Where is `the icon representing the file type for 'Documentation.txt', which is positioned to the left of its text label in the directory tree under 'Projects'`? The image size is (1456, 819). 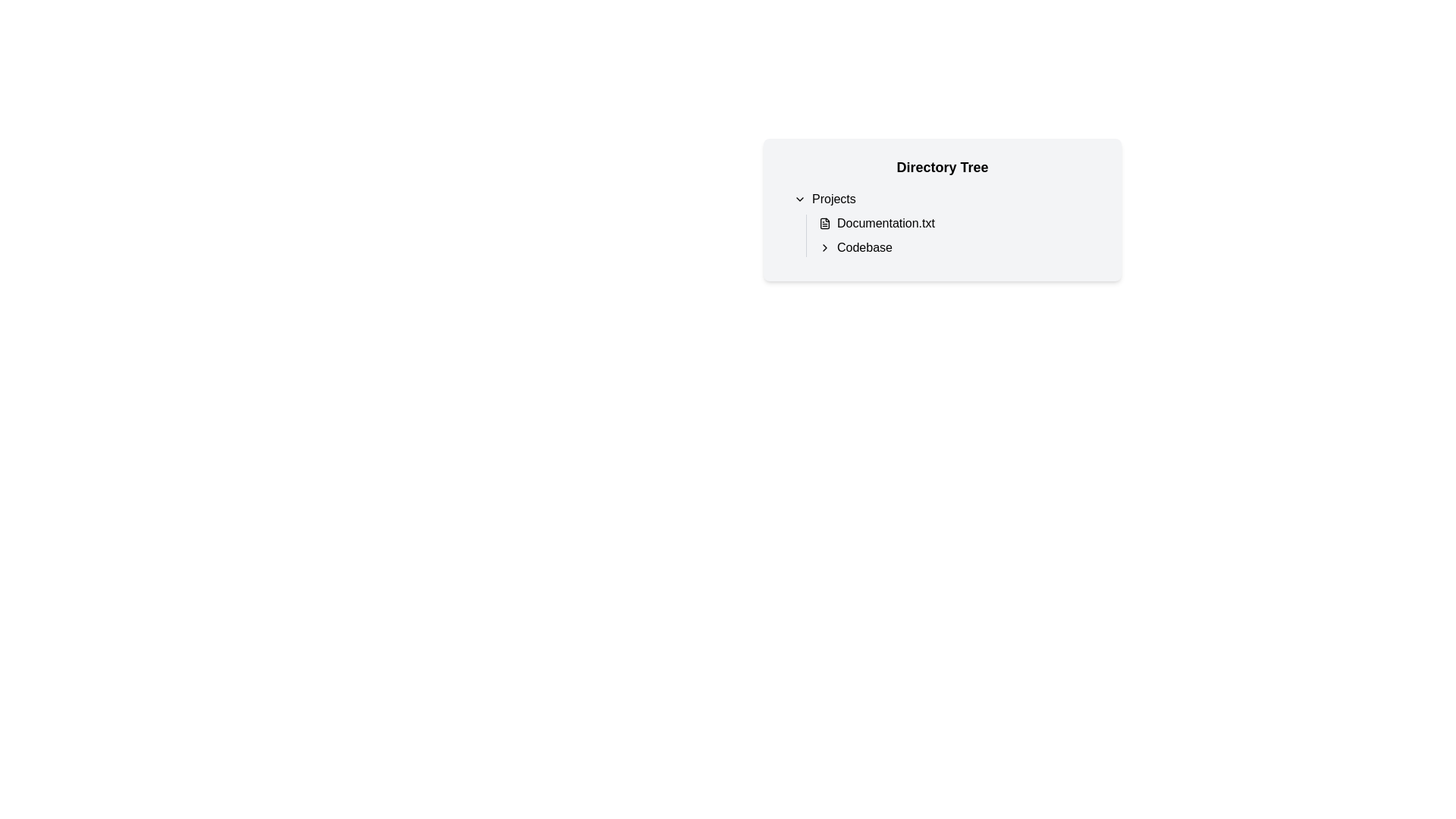
the icon representing the file type for 'Documentation.txt', which is positioned to the left of its text label in the directory tree under 'Projects' is located at coordinates (824, 223).